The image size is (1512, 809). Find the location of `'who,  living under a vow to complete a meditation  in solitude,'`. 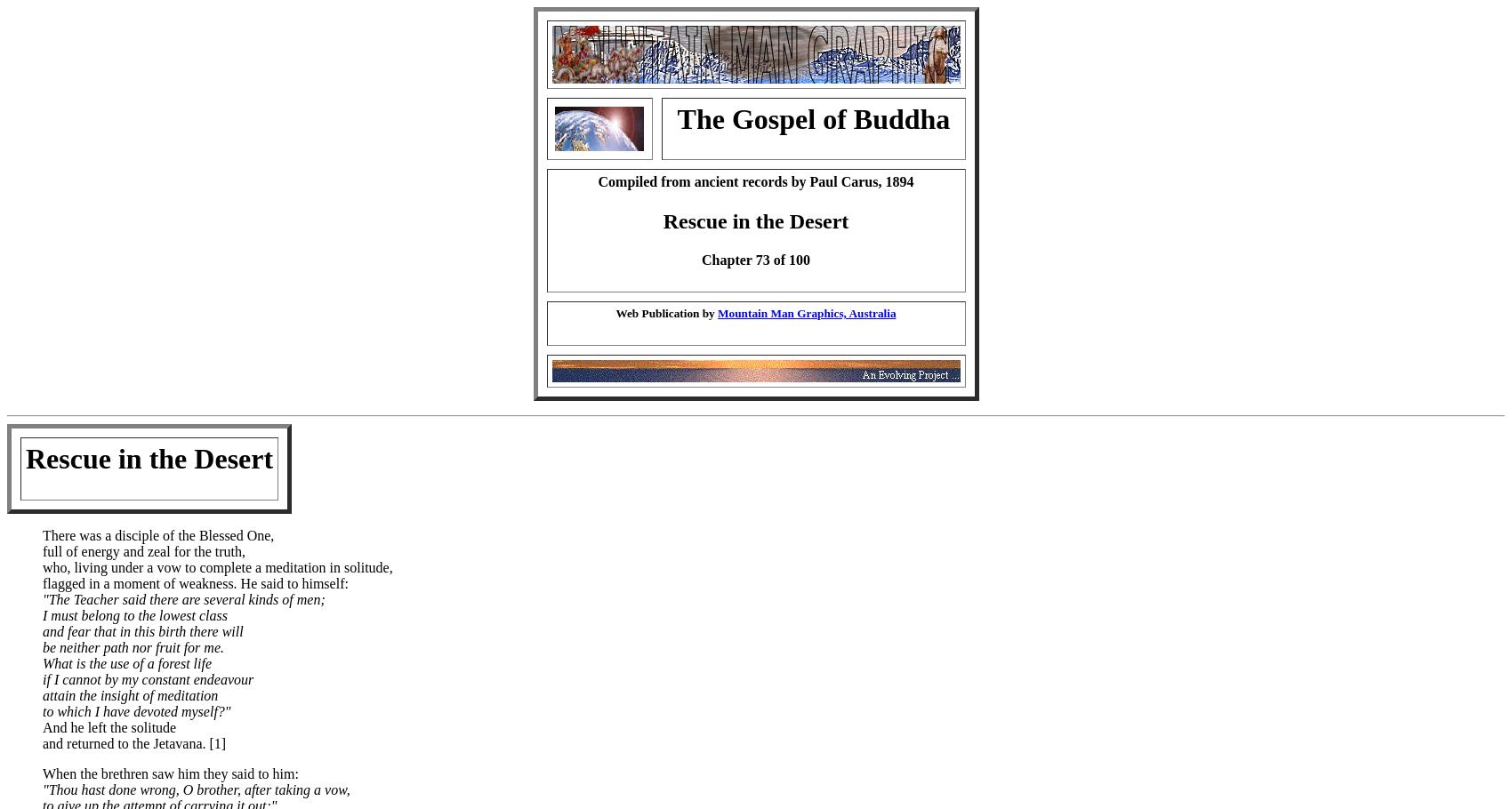

'who,  living under a vow to complete a meditation  in solitude,' is located at coordinates (217, 566).